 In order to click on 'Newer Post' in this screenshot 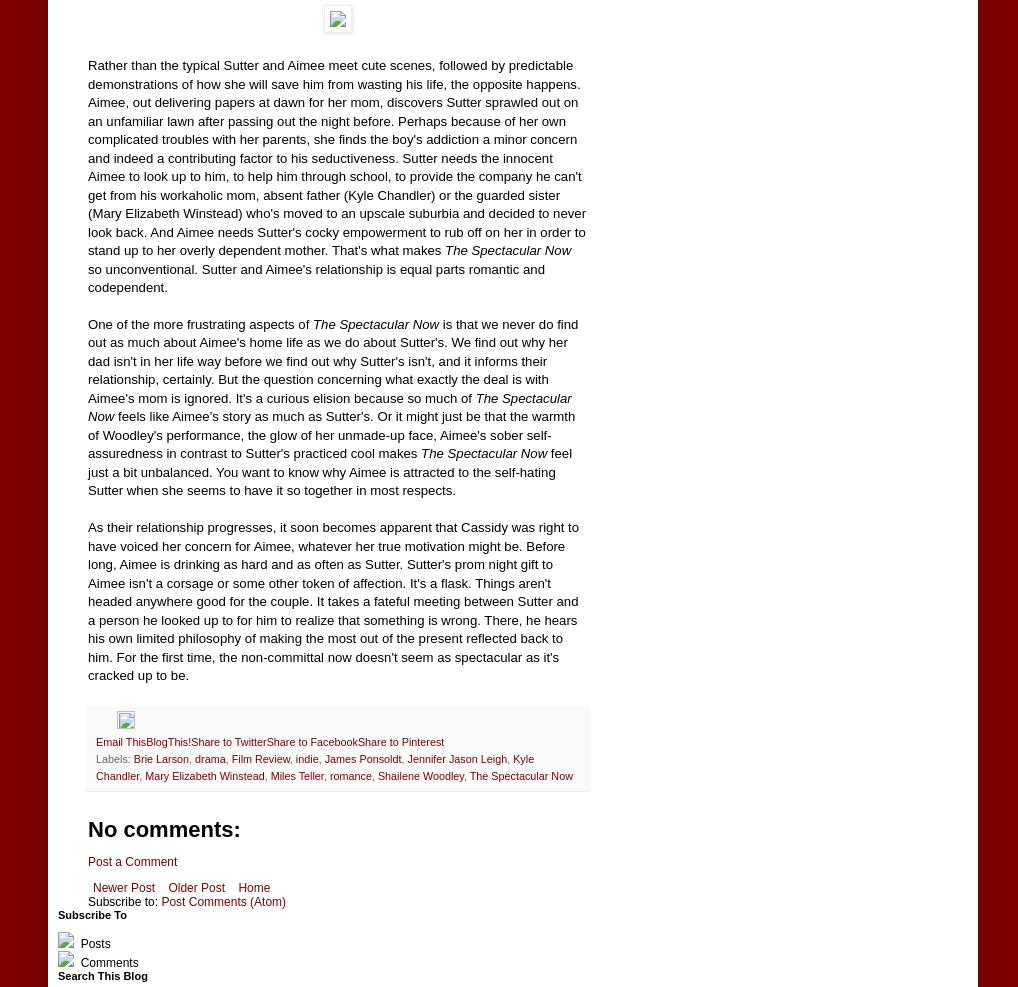, I will do `click(122, 886)`.